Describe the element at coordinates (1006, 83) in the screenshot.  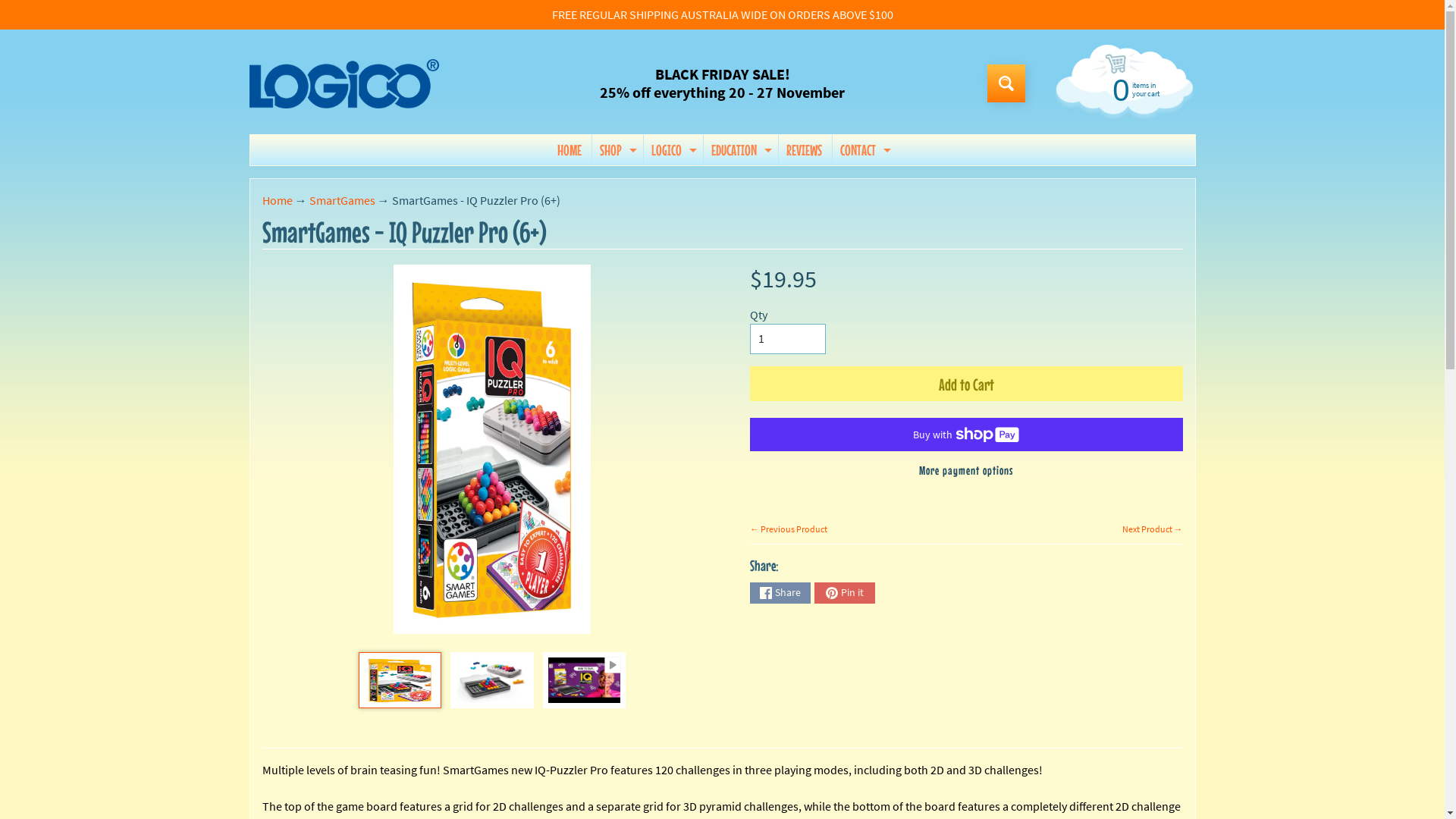
I see `'Search'` at that location.